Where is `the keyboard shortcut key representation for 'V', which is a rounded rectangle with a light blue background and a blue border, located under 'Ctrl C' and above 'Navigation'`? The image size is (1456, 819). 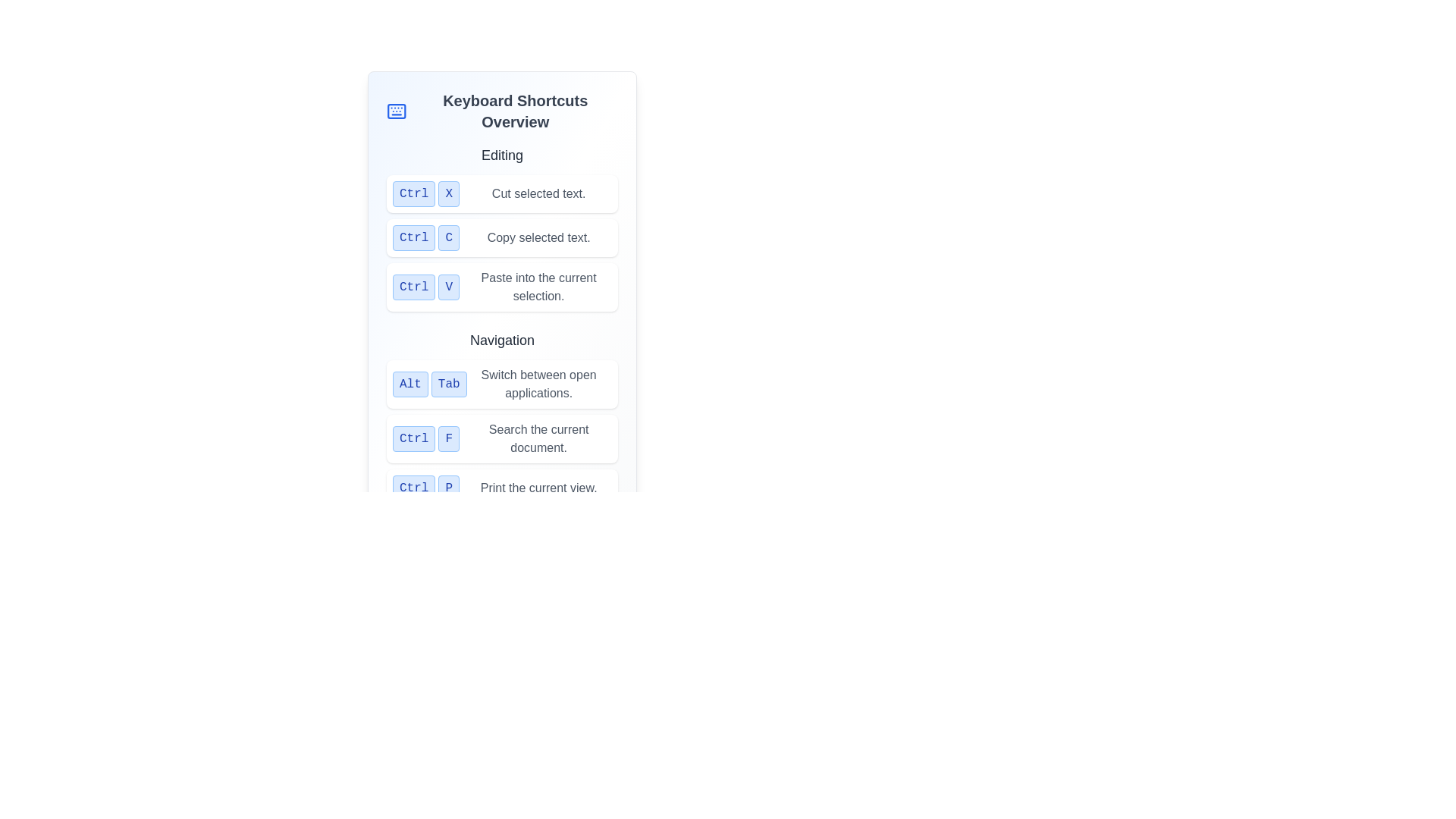 the keyboard shortcut key representation for 'V', which is a rounded rectangle with a light blue background and a blue border, located under 'Ctrl C' and above 'Navigation' is located at coordinates (448, 287).